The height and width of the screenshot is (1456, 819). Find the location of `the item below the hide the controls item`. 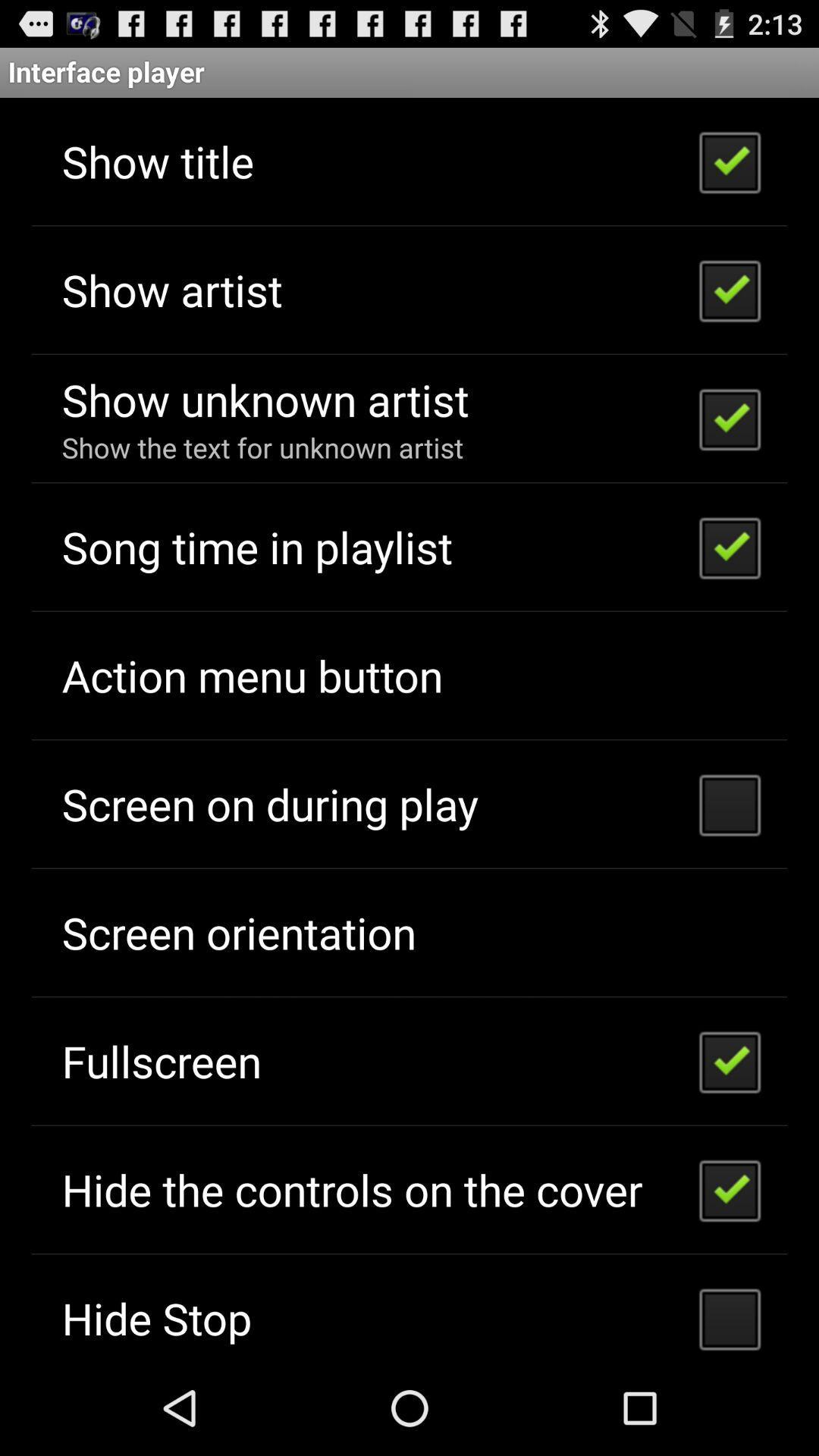

the item below the hide the controls item is located at coordinates (157, 1317).